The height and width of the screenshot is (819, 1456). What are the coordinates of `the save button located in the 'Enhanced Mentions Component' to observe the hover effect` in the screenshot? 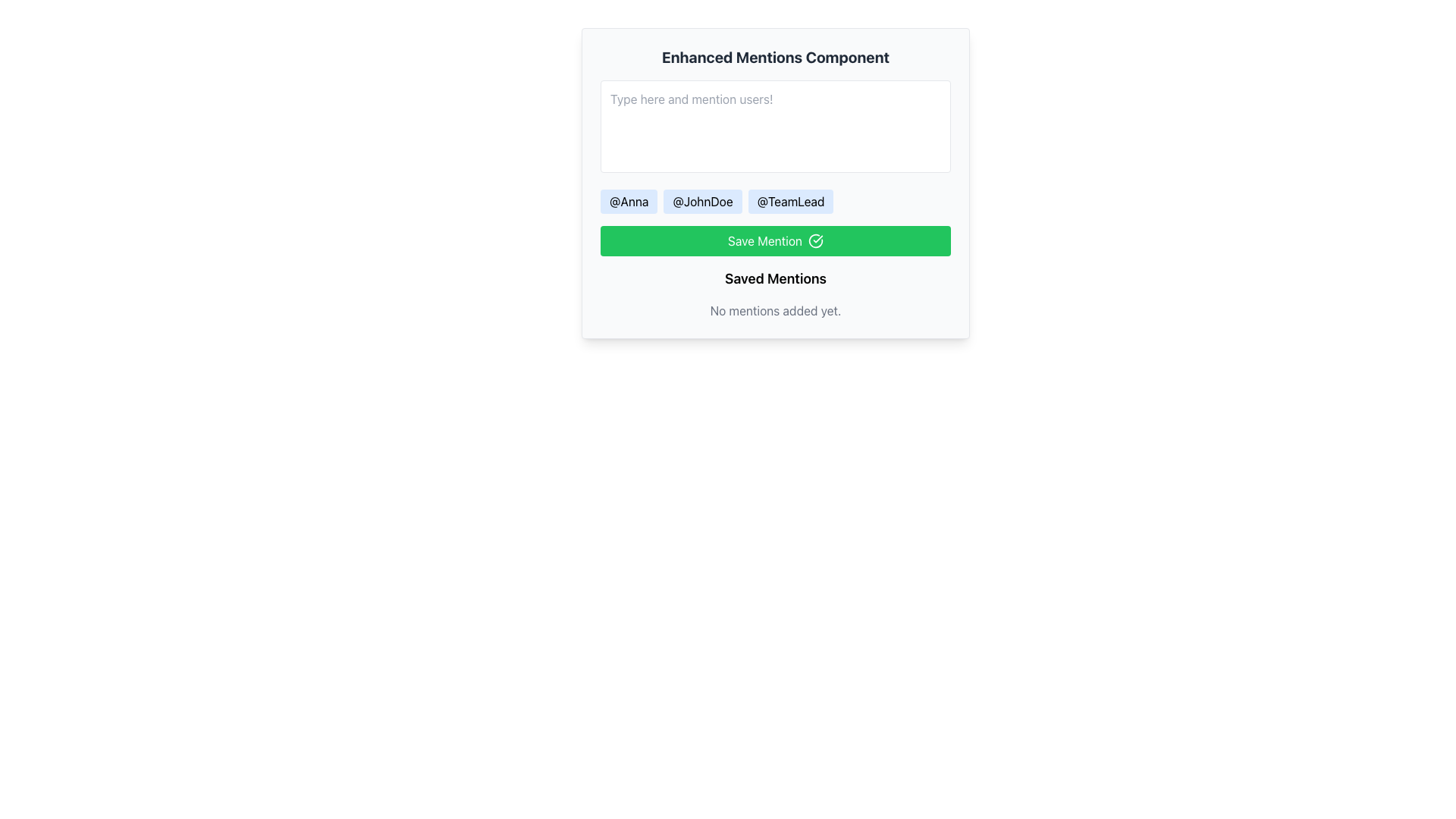 It's located at (775, 240).